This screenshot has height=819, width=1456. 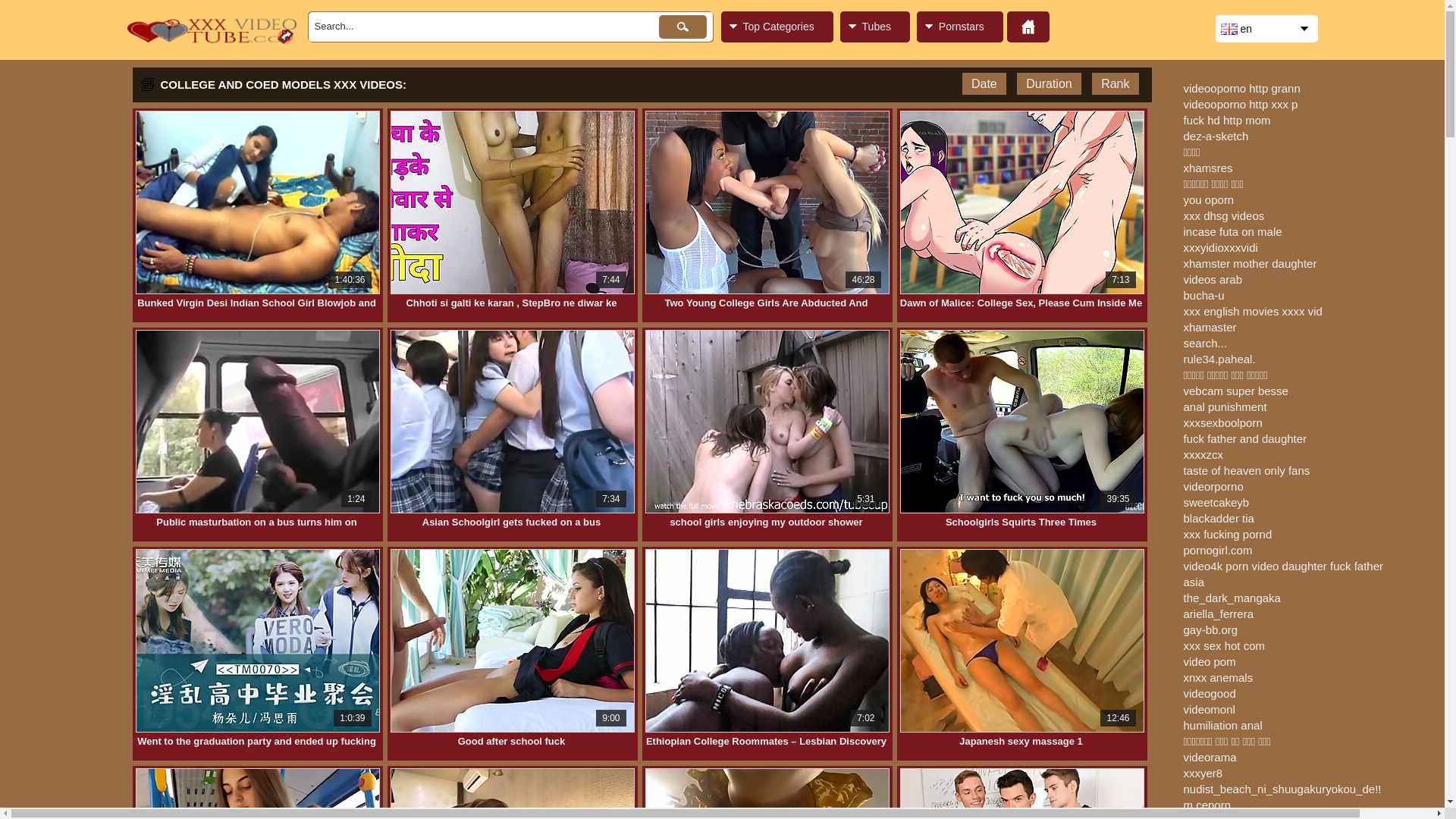 I want to click on 'm.ceporn', so click(x=1206, y=804).